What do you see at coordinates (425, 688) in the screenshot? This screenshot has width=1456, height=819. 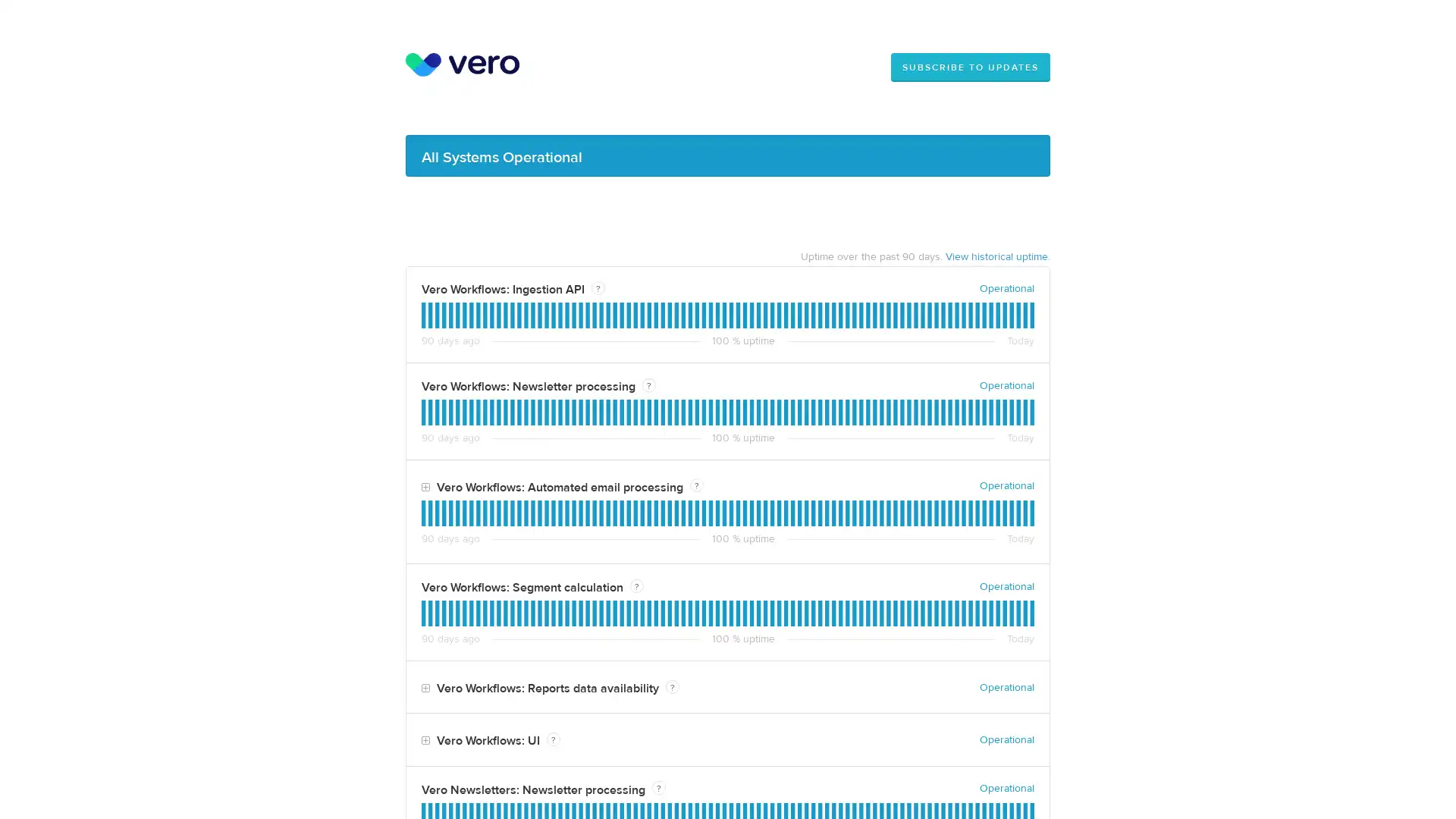 I see `Toggle Vero Workflows: Reports data availability` at bounding box center [425, 688].